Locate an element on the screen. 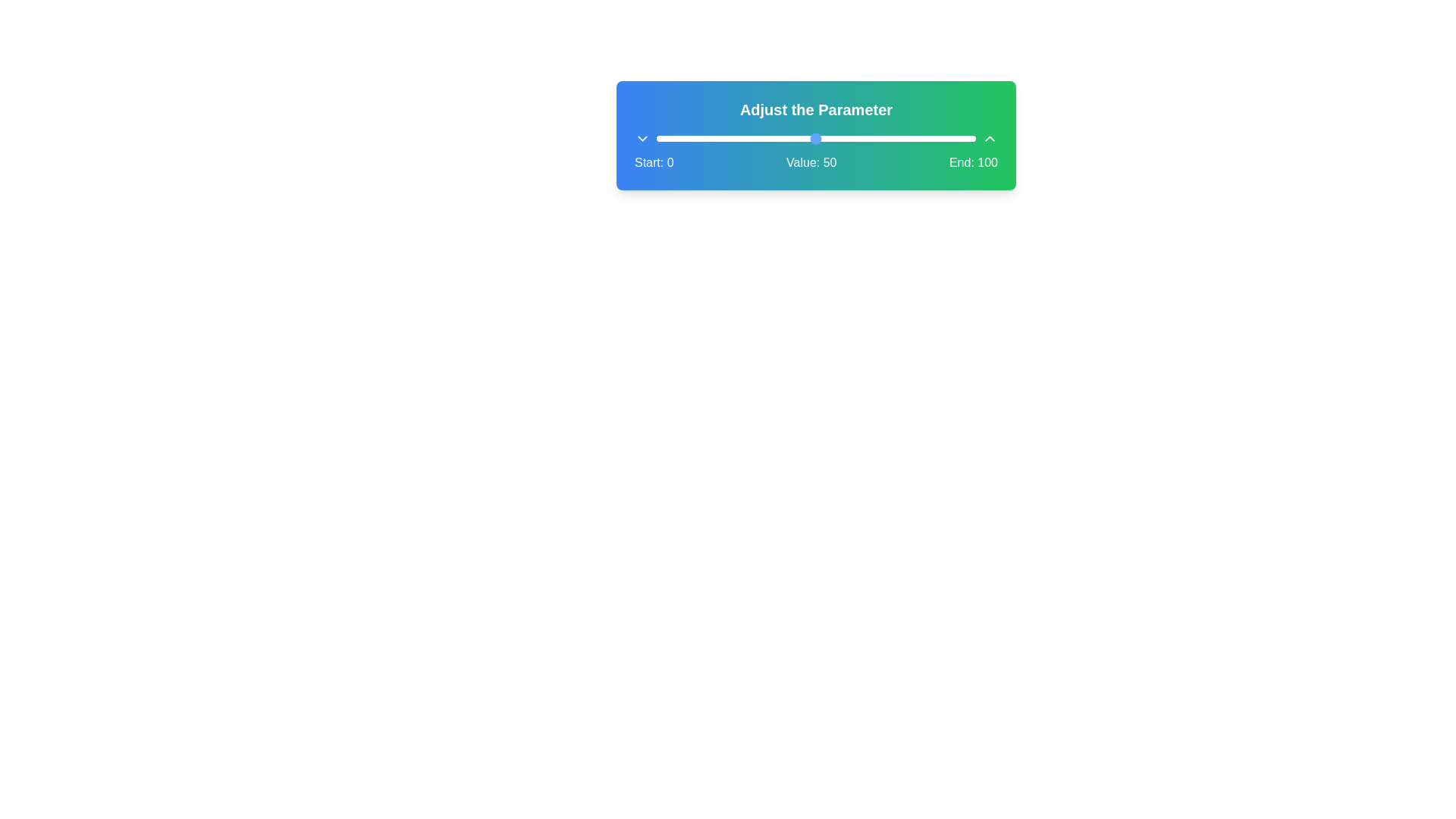 This screenshot has width=1456, height=819. the slider is located at coordinates (668, 138).